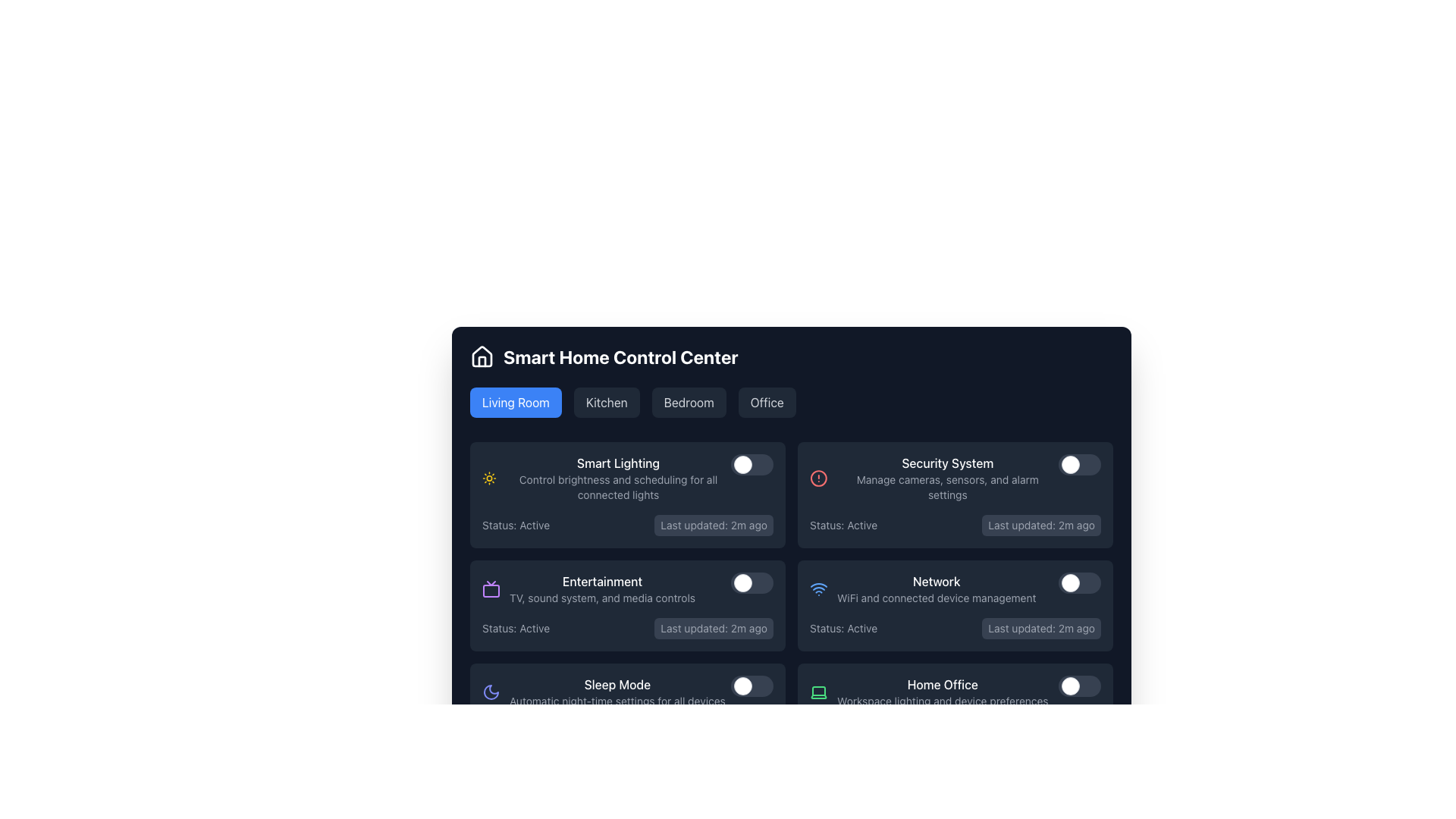 The image size is (1456, 819). Describe the element at coordinates (628, 692) in the screenshot. I see `text description of the 'Sleep Mode' settings toggle located in the lower portion of the card-style component in the 'Living Room' section, specifically the third item in the second row` at that location.